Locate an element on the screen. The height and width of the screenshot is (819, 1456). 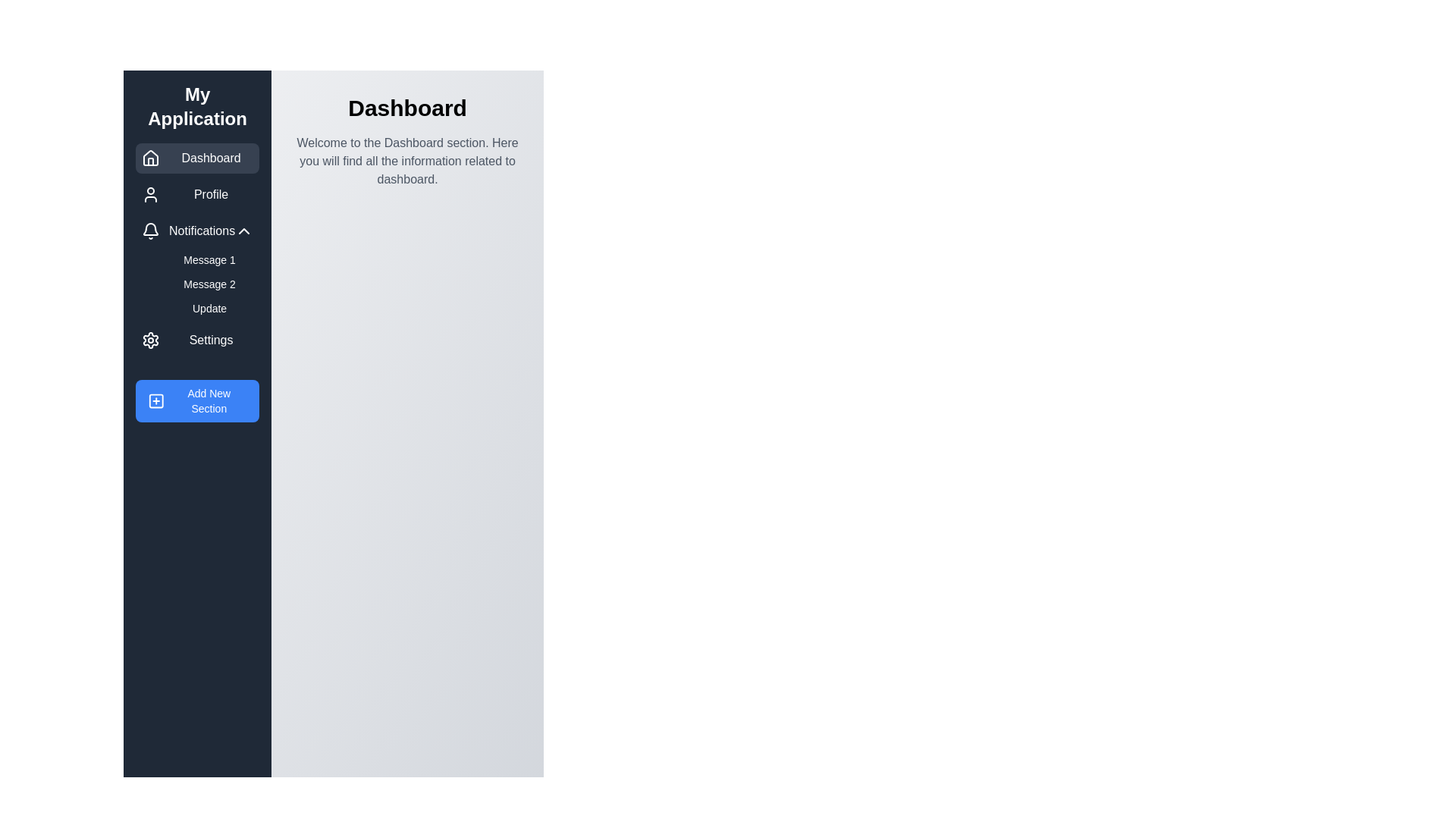
the 'Dashboard' text label in the sidebar menu, which is the first item below the 'My Application' section header is located at coordinates (210, 158).